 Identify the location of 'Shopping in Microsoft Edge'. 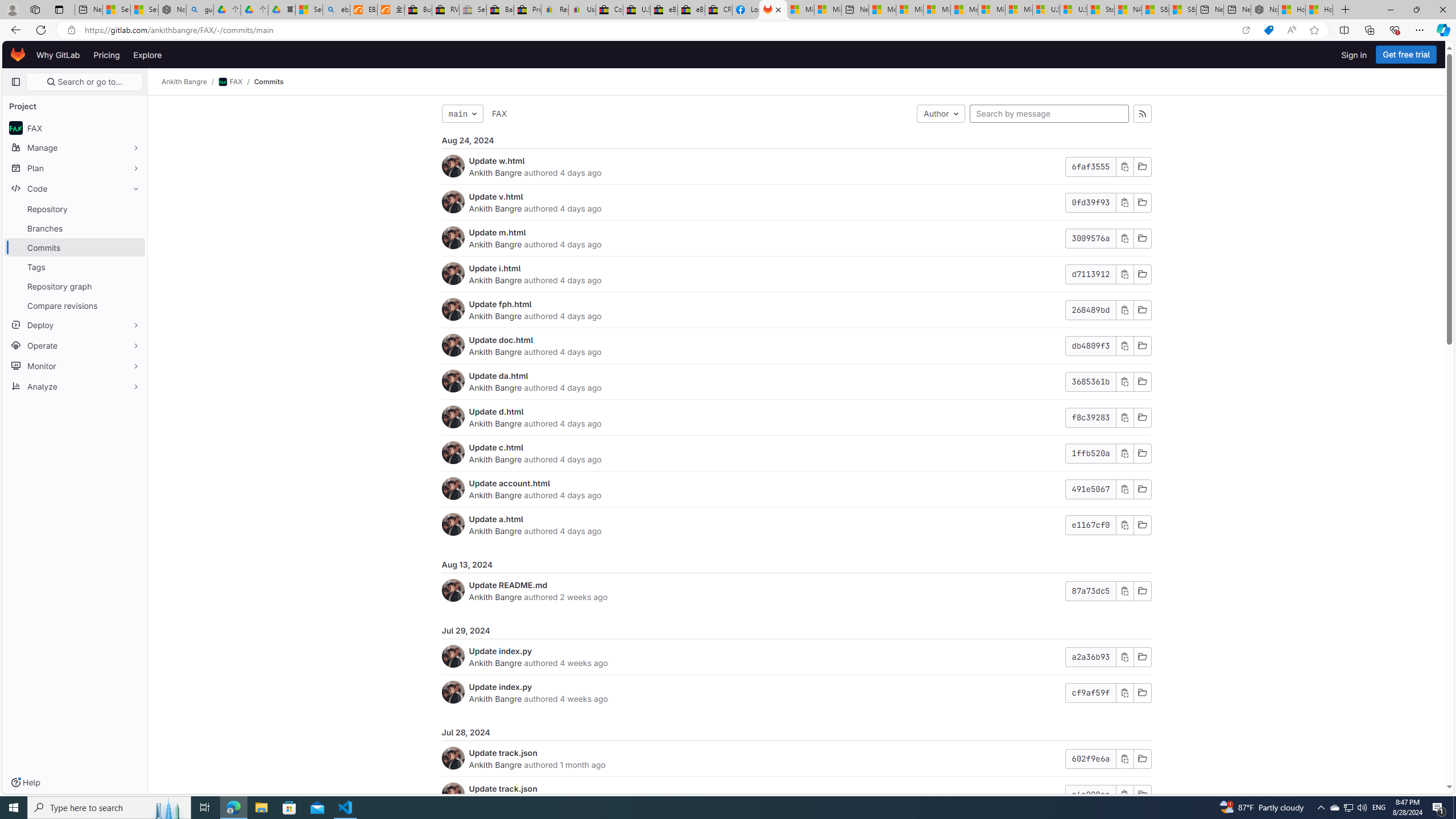
(1268, 30).